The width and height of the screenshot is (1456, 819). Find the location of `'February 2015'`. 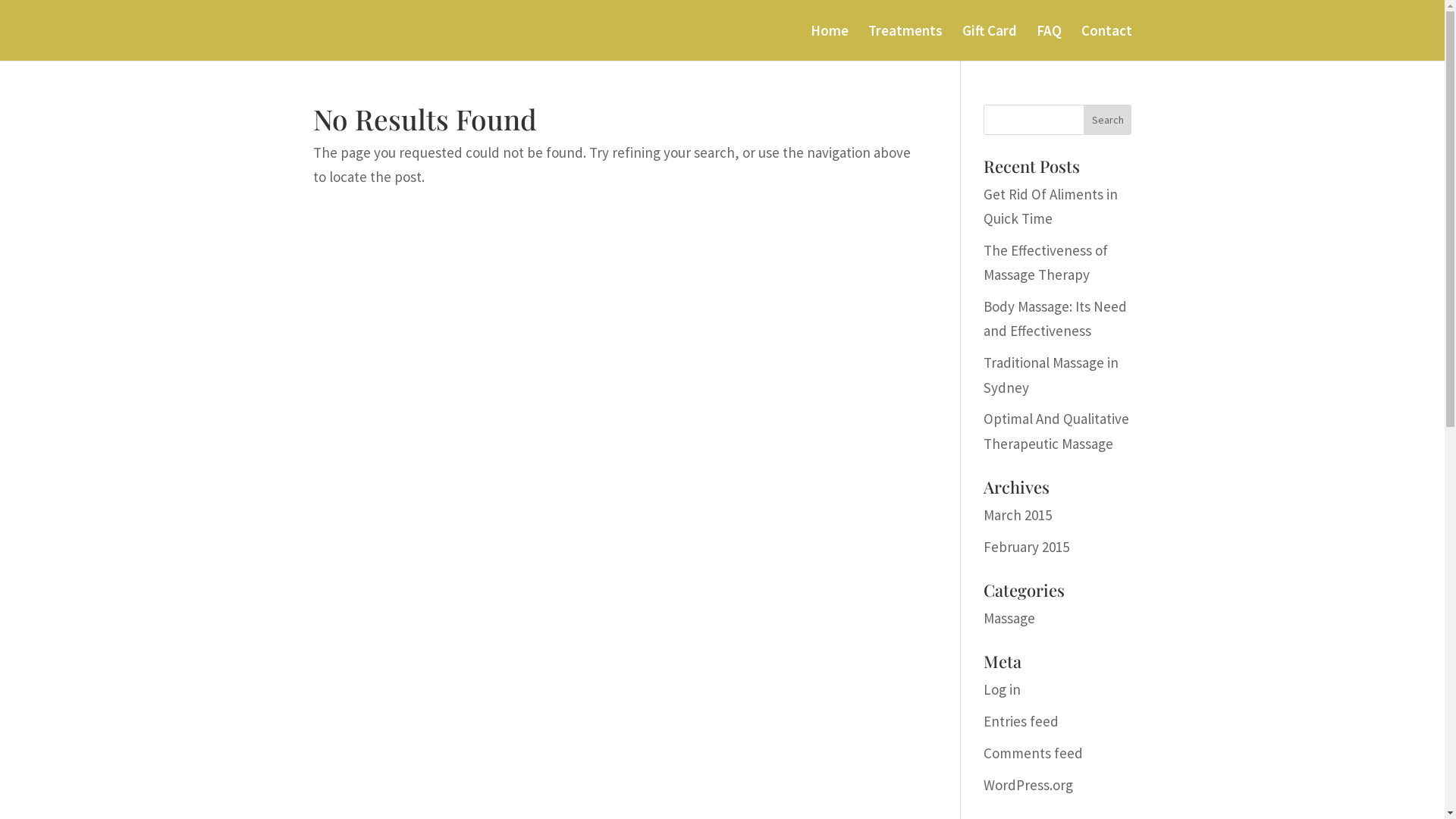

'February 2015' is located at coordinates (983, 547).